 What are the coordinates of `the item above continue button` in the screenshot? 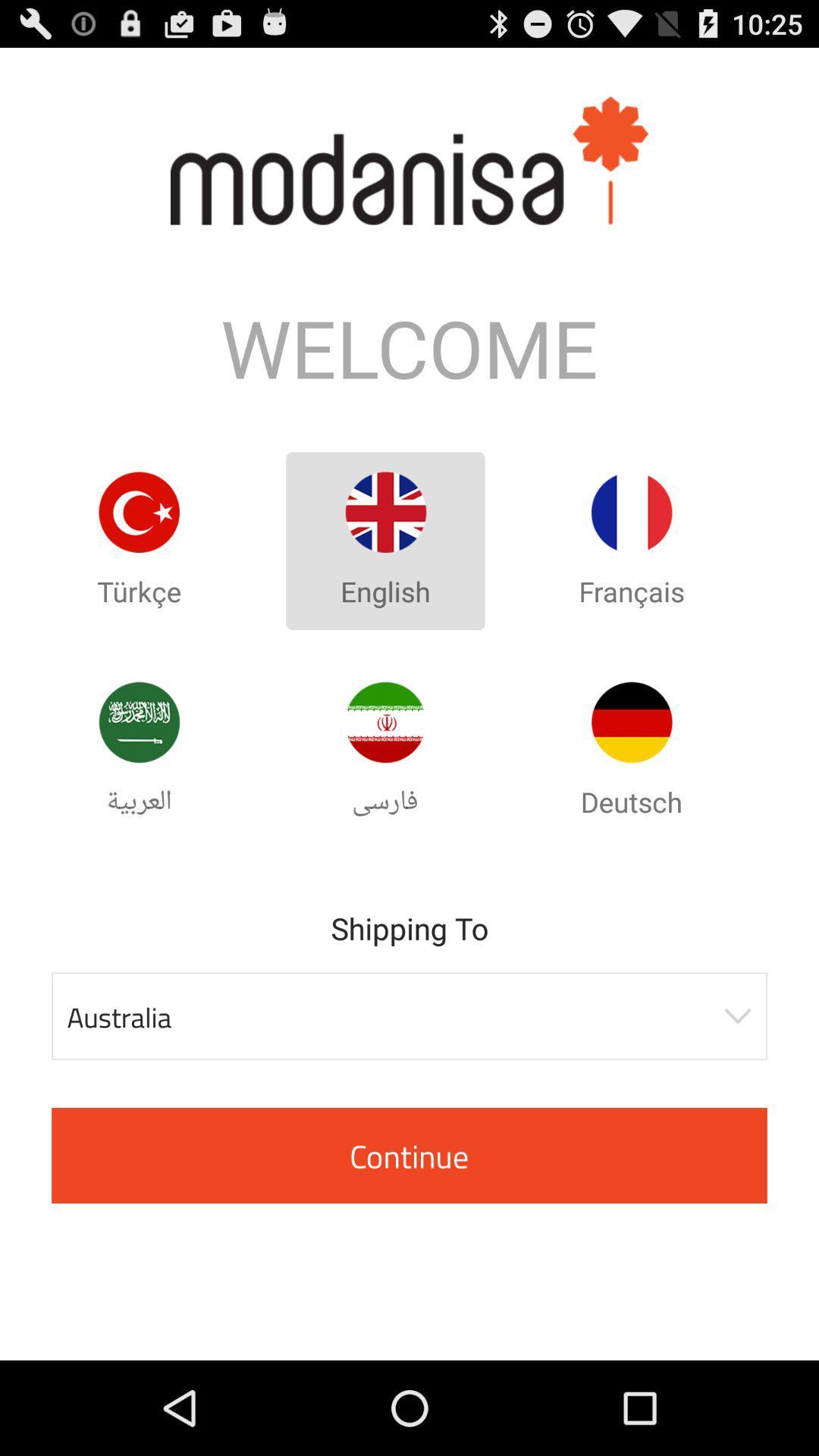 It's located at (409, 1016).